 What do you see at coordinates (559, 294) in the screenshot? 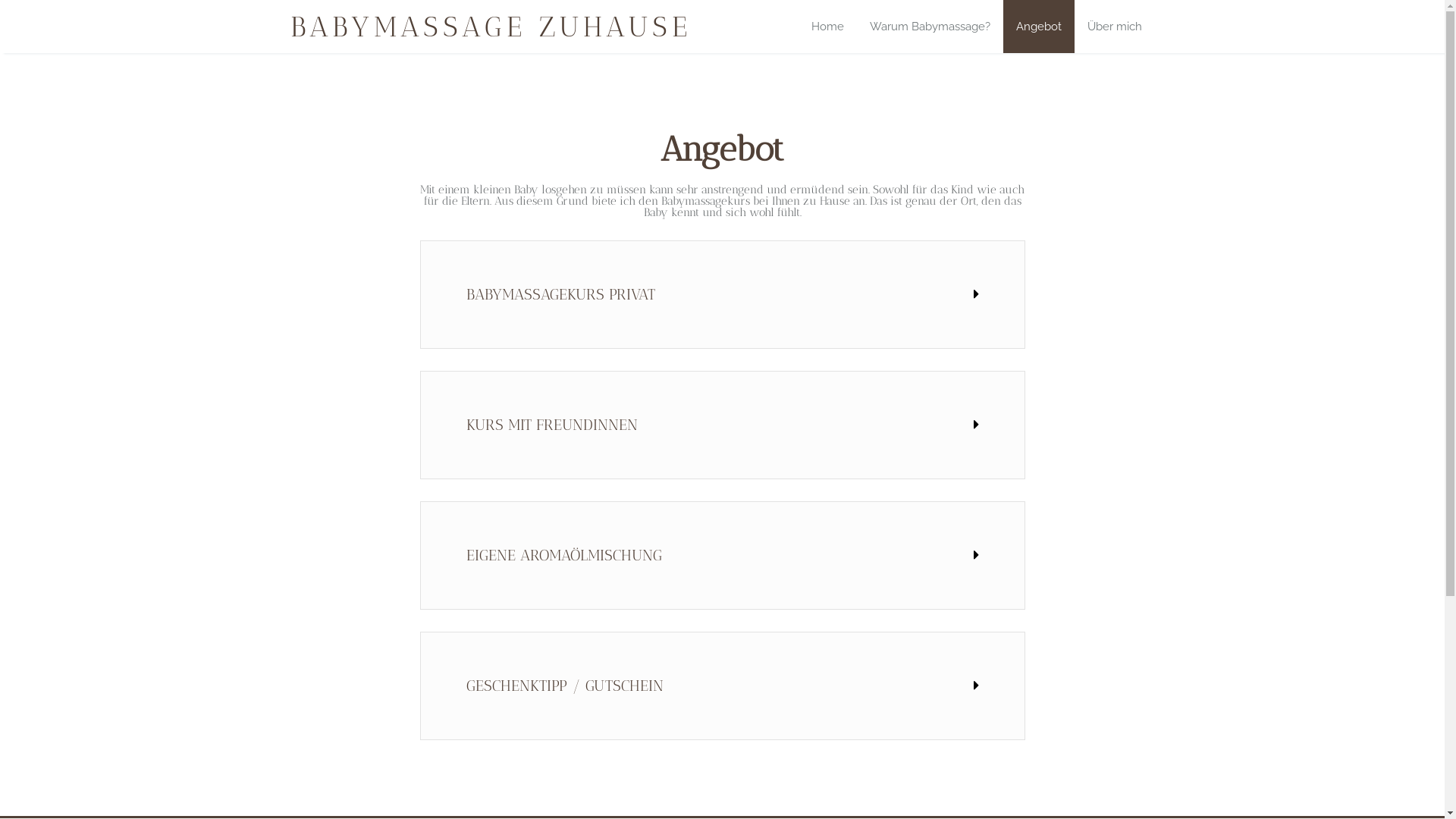
I see `'BABYMASSAGEKURS PRIVAT'` at bounding box center [559, 294].